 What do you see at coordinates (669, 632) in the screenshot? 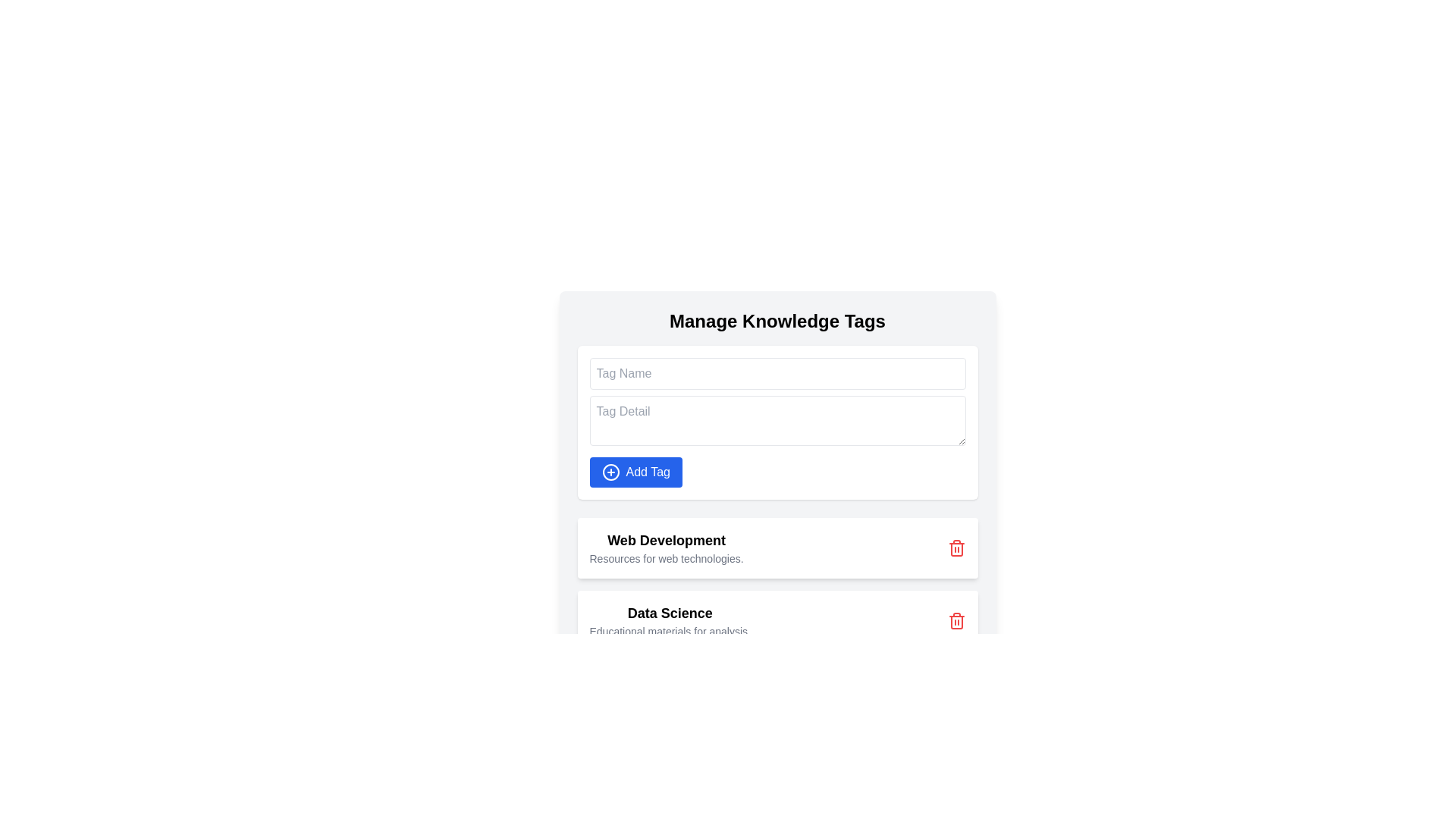
I see `the text label displaying 'Educational materials for analysis', which is styled in a small gray font and located below the title 'Data Science'` at bounding box center [669, 632].